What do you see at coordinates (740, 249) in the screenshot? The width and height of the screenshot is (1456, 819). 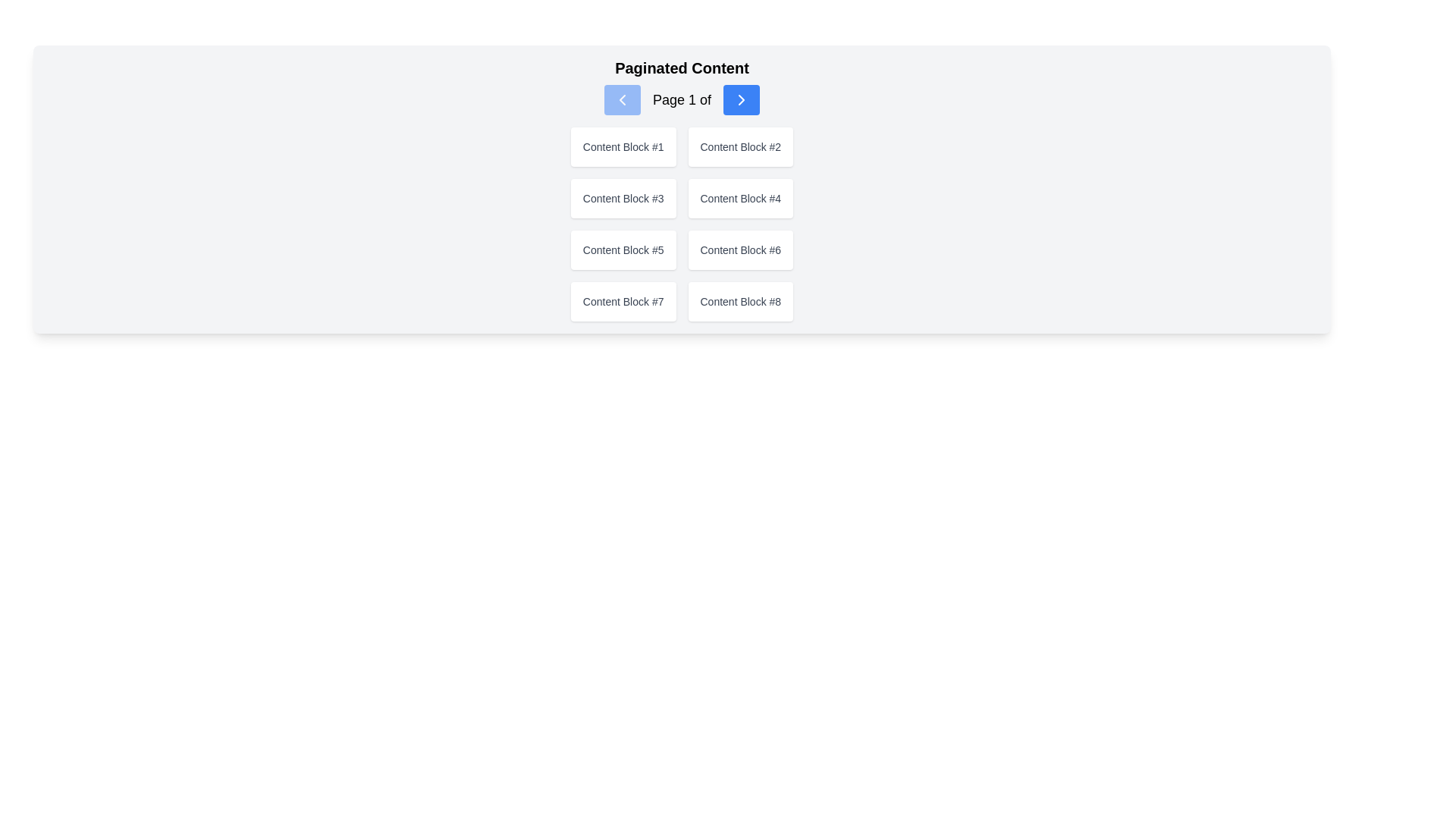 I see `the text label that reads 'Content Block #6', which is styled in gray color and located in the center-right section of a grid layout, specifically in the third column of the second row` at bounding box center [740, 249].